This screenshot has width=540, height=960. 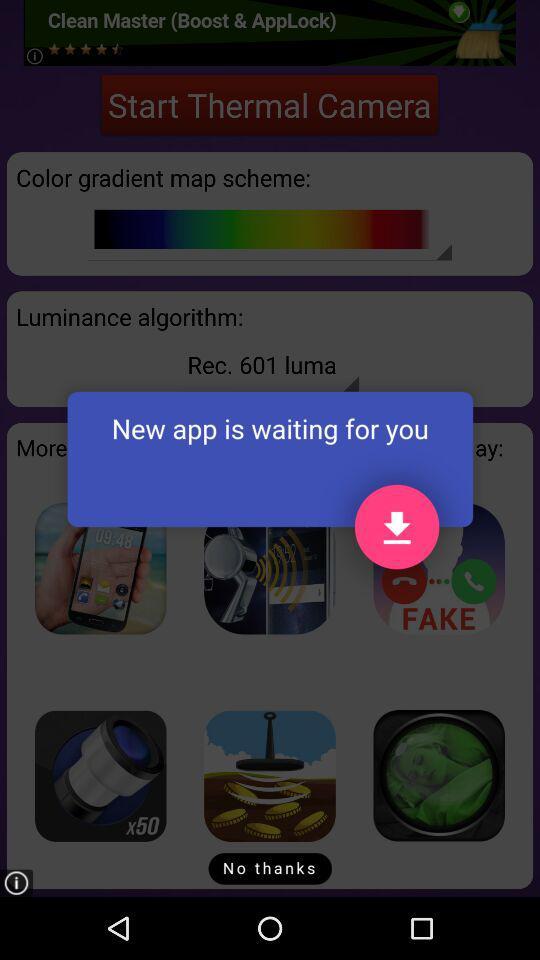 I want to click on click advertisement, so click(x=99, y=568).